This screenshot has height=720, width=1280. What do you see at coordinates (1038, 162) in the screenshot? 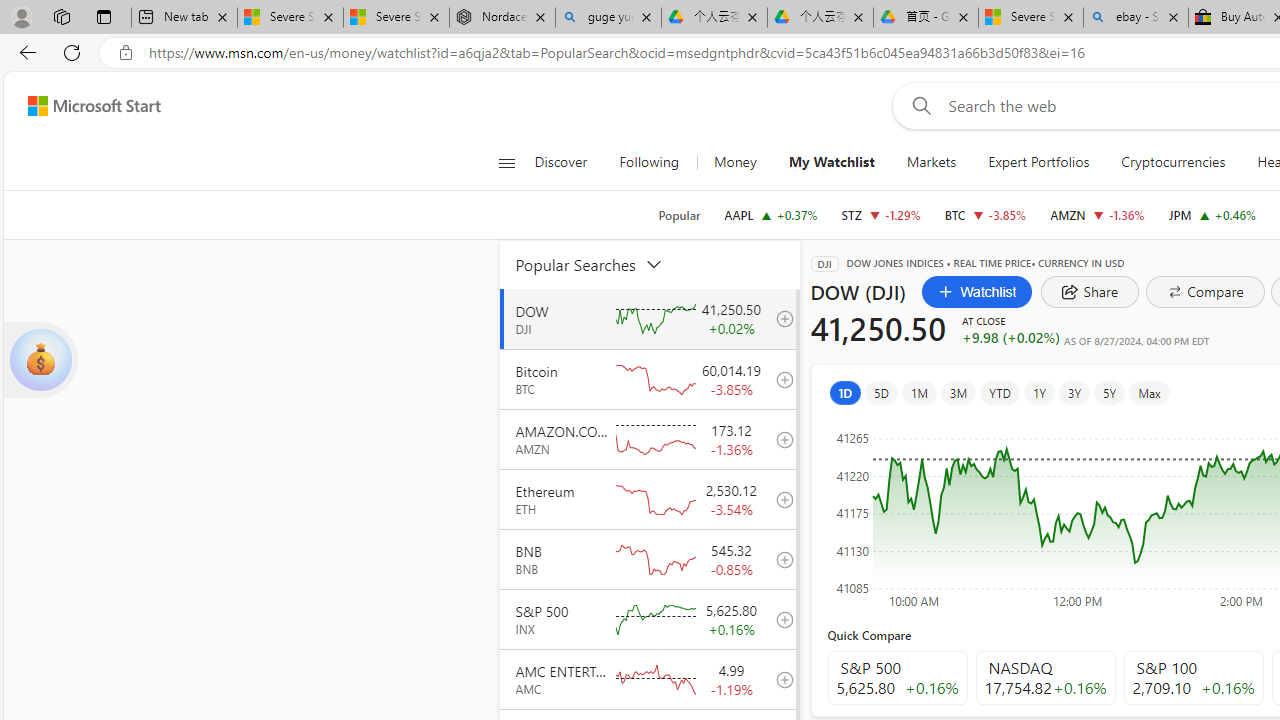
I see `'Expert Portfolios'` at bounding box center [1038, 162].